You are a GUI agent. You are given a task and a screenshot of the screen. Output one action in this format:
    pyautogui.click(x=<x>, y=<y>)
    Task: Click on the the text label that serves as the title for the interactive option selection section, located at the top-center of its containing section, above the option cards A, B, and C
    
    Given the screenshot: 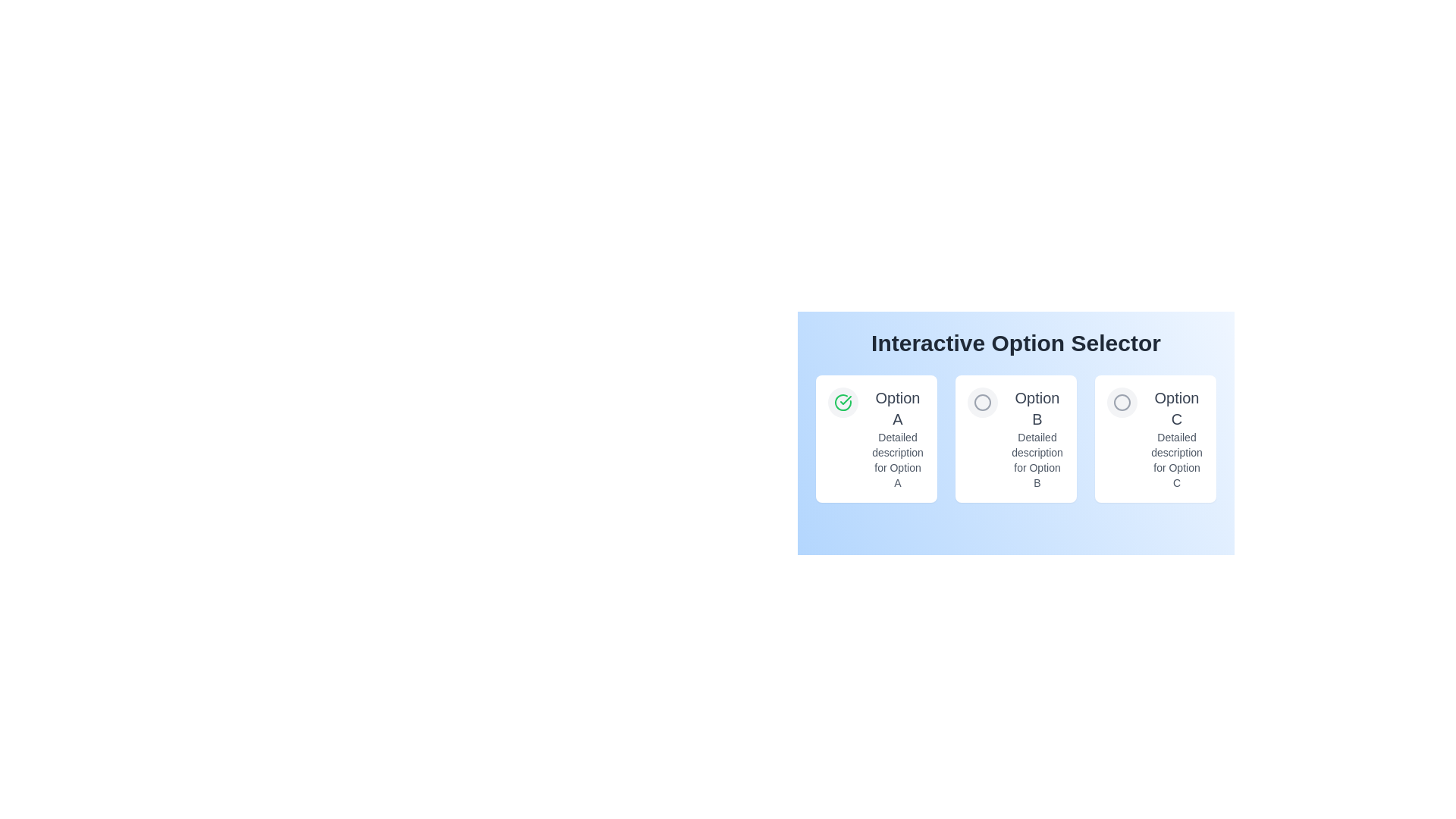 What is the action you would take?
    pyautogui.click(x=1015, y=343)
    